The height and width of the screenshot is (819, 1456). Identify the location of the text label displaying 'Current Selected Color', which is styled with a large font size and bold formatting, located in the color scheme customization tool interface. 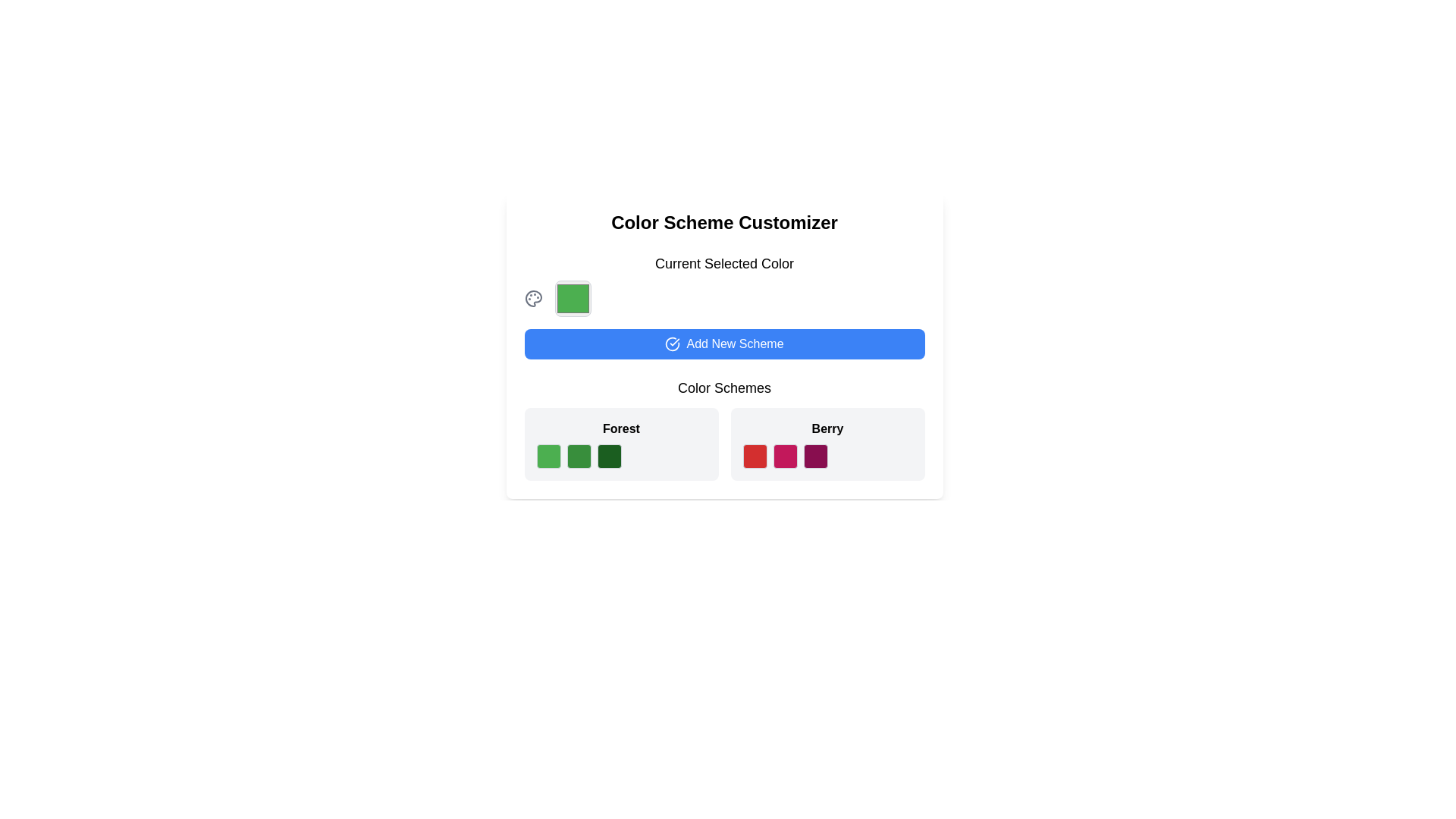
(723, 262).